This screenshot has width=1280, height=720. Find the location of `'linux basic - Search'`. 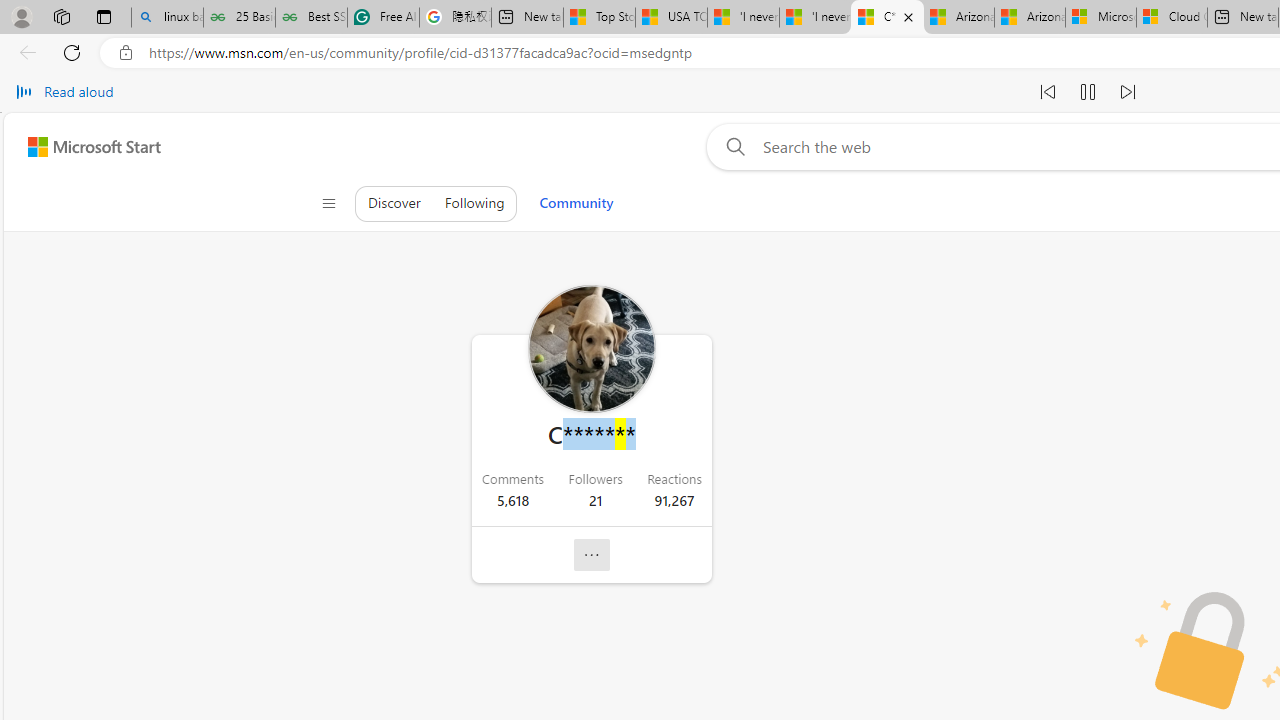

'linux basic - Search' is located at coordinates (167, 17).